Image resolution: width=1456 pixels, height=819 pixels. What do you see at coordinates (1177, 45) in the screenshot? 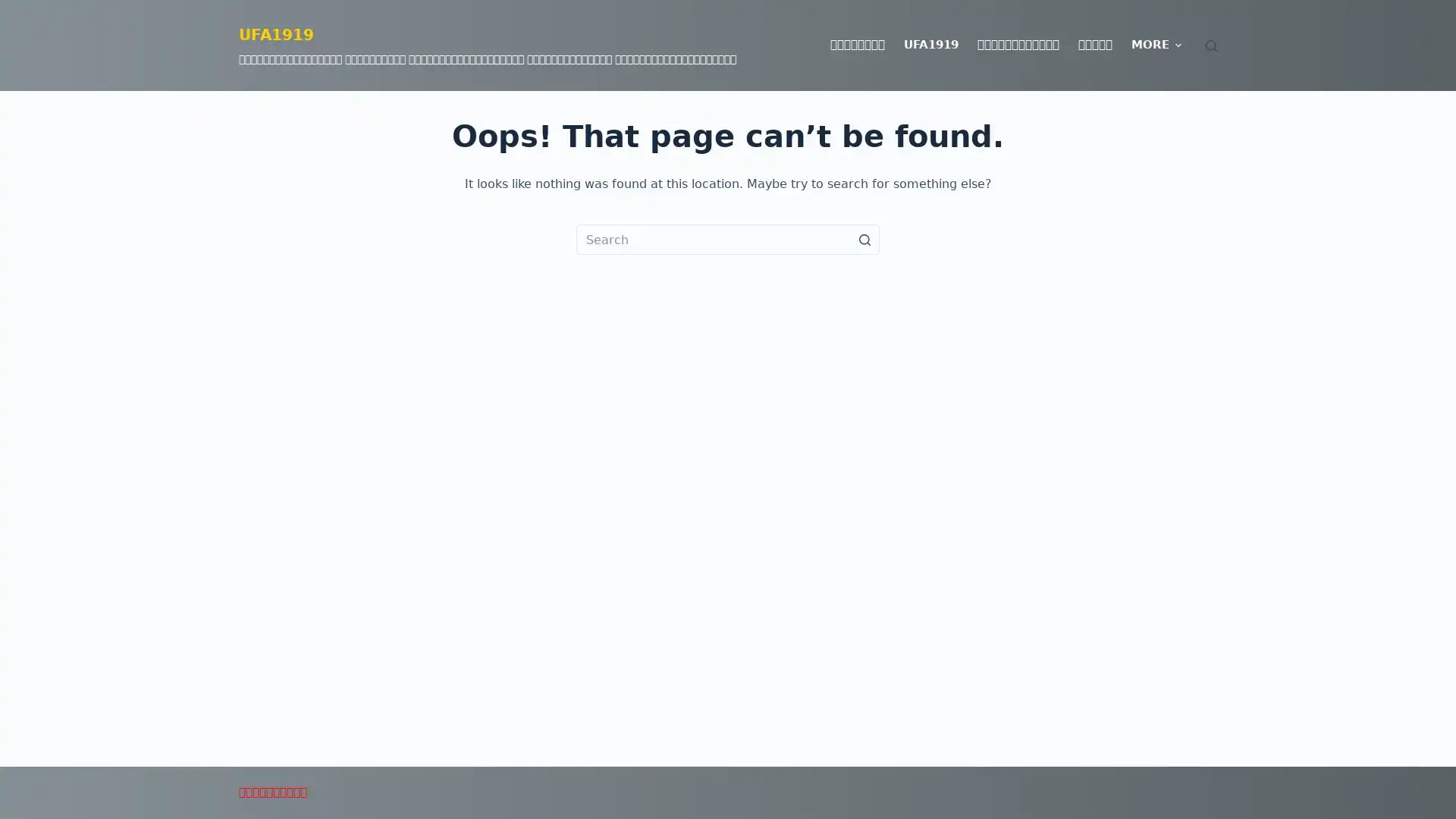
I see `Expand dropdown menu` at bounding box center [1177, 45].